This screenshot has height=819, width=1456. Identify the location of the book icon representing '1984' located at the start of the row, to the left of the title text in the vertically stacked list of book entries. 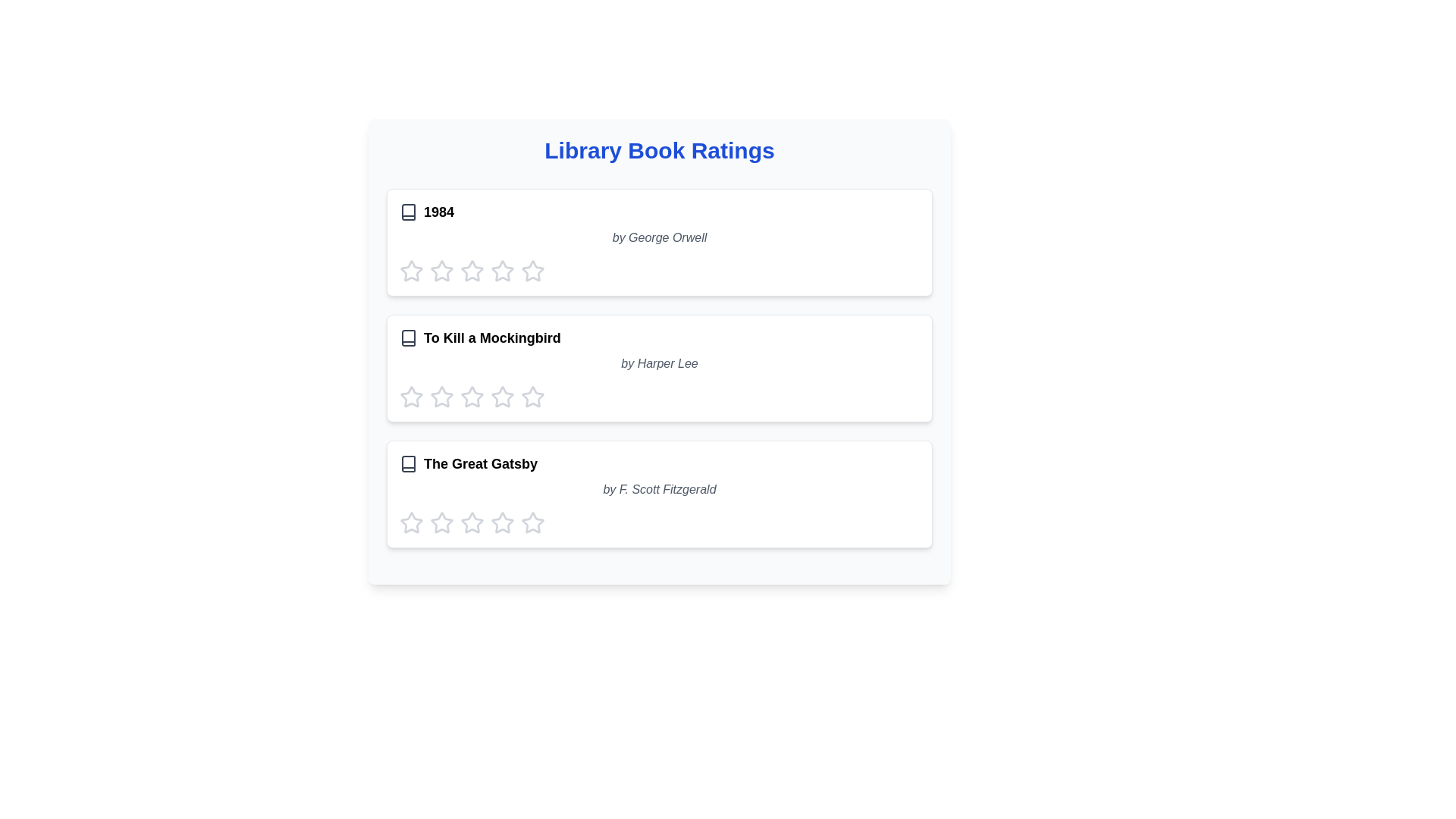
(408, 212).